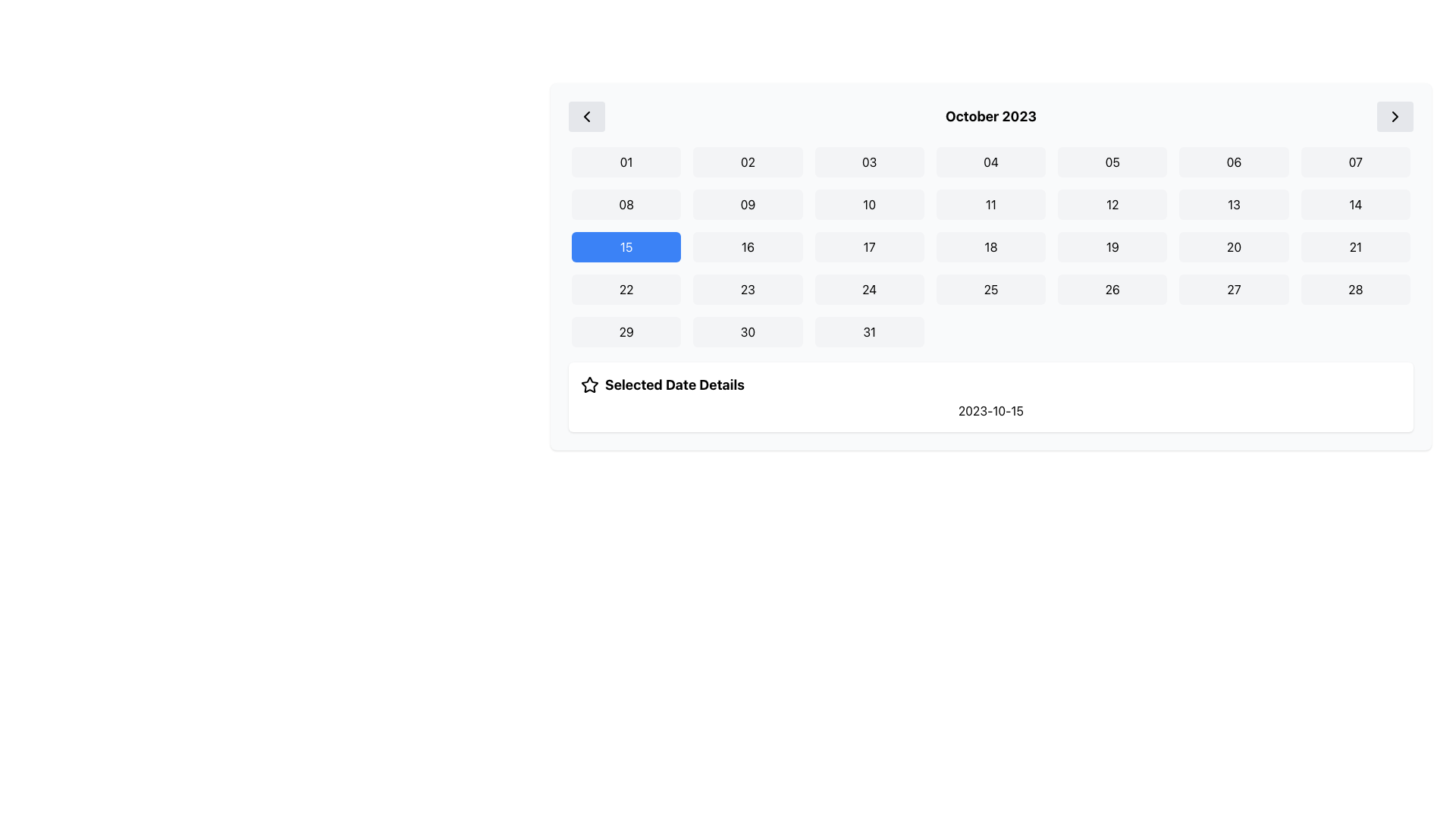 The width and height of the screenshot is (1456, 819). I want to click on the button representing the ninth day of the month in the calendar grid, so click(748, 205).